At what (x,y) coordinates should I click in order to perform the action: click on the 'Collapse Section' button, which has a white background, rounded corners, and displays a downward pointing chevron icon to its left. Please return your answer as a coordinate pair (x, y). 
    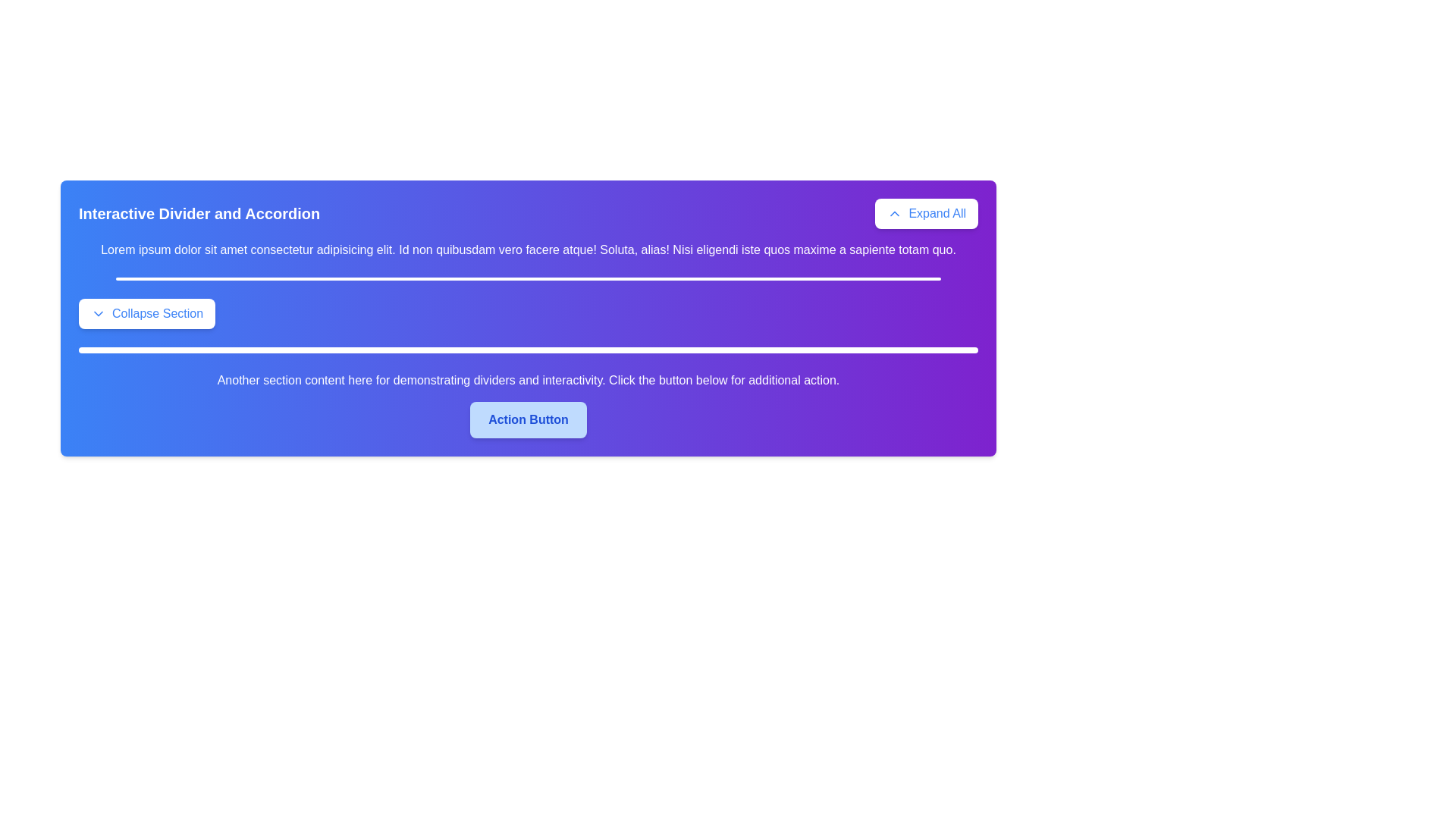
    Looking at the image, I should click on (147, 312).